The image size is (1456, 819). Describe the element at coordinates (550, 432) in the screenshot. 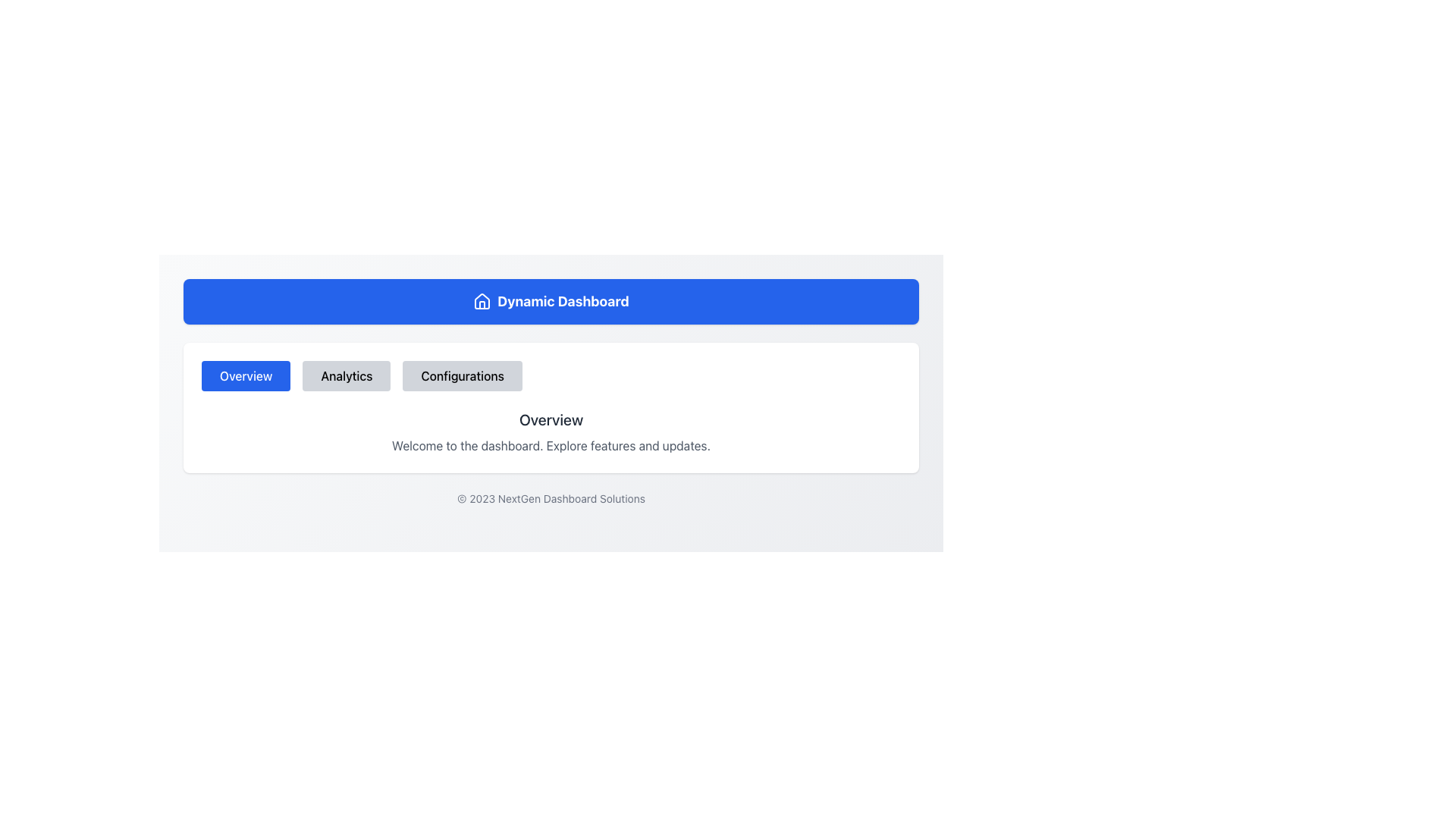

I see `the introductory text section located within a rounded white box beneath the navigation bar` at that location.